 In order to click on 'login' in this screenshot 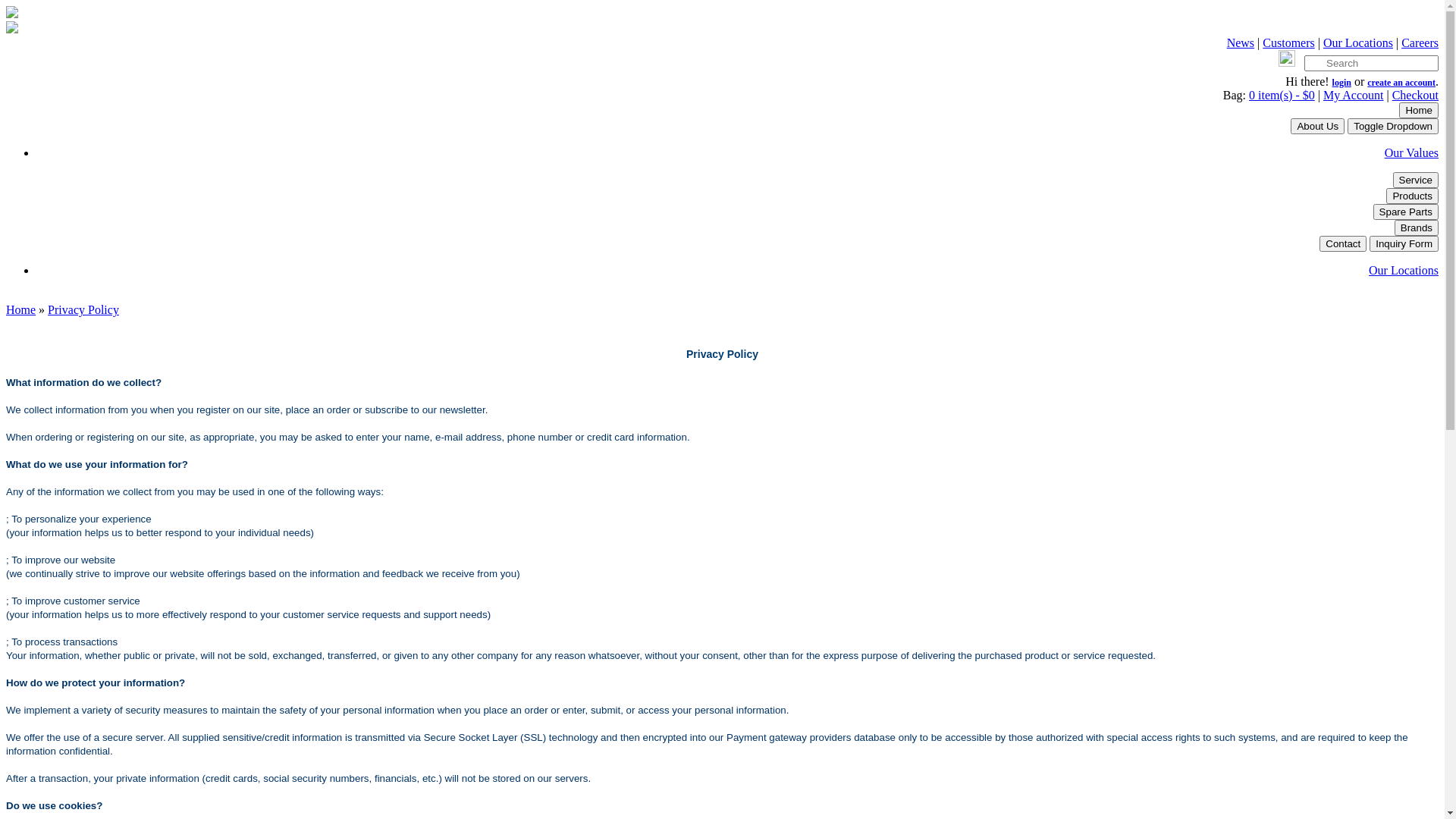, I will do `click(1341, 82)`.